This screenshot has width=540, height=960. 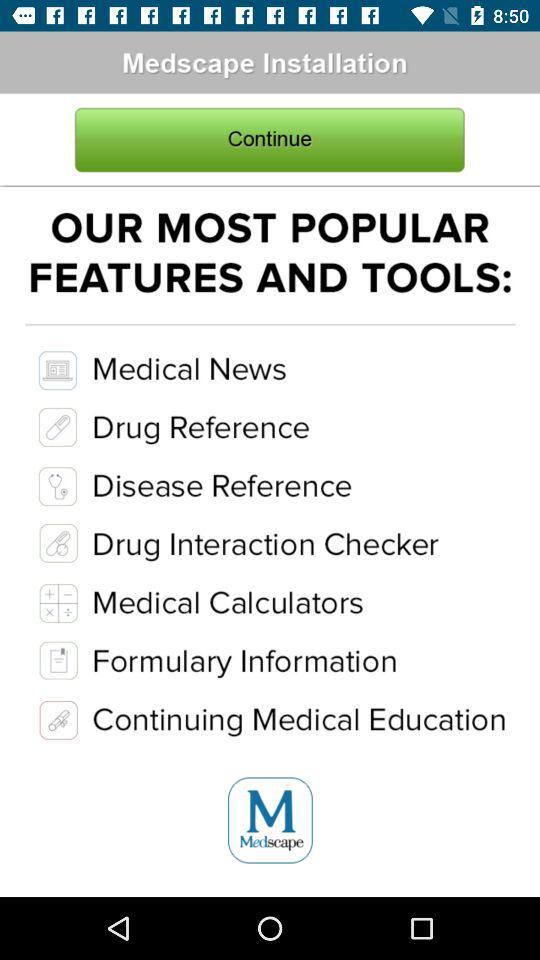 I want to click on continue, so click(x=269, y=139).